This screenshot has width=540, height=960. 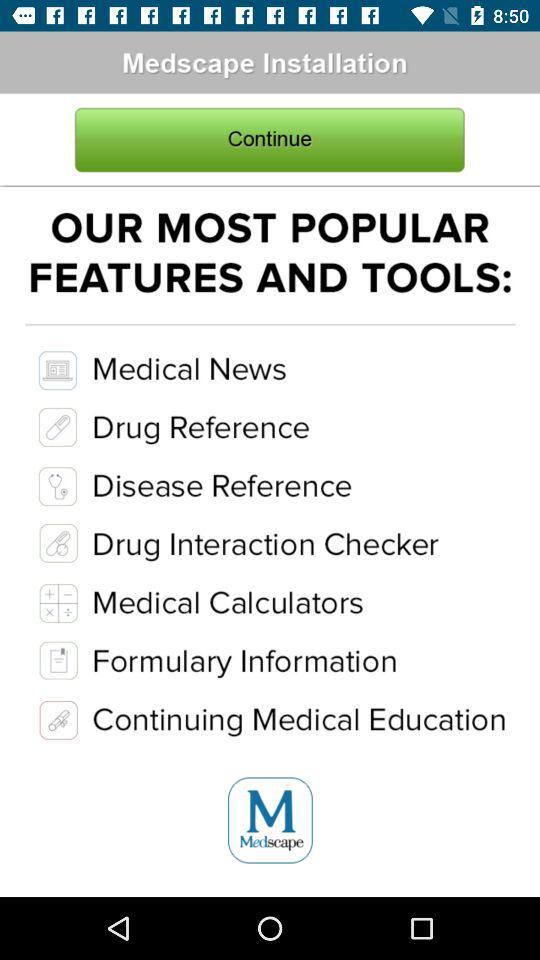 I want to click on continue, so click(x=269, y=139).